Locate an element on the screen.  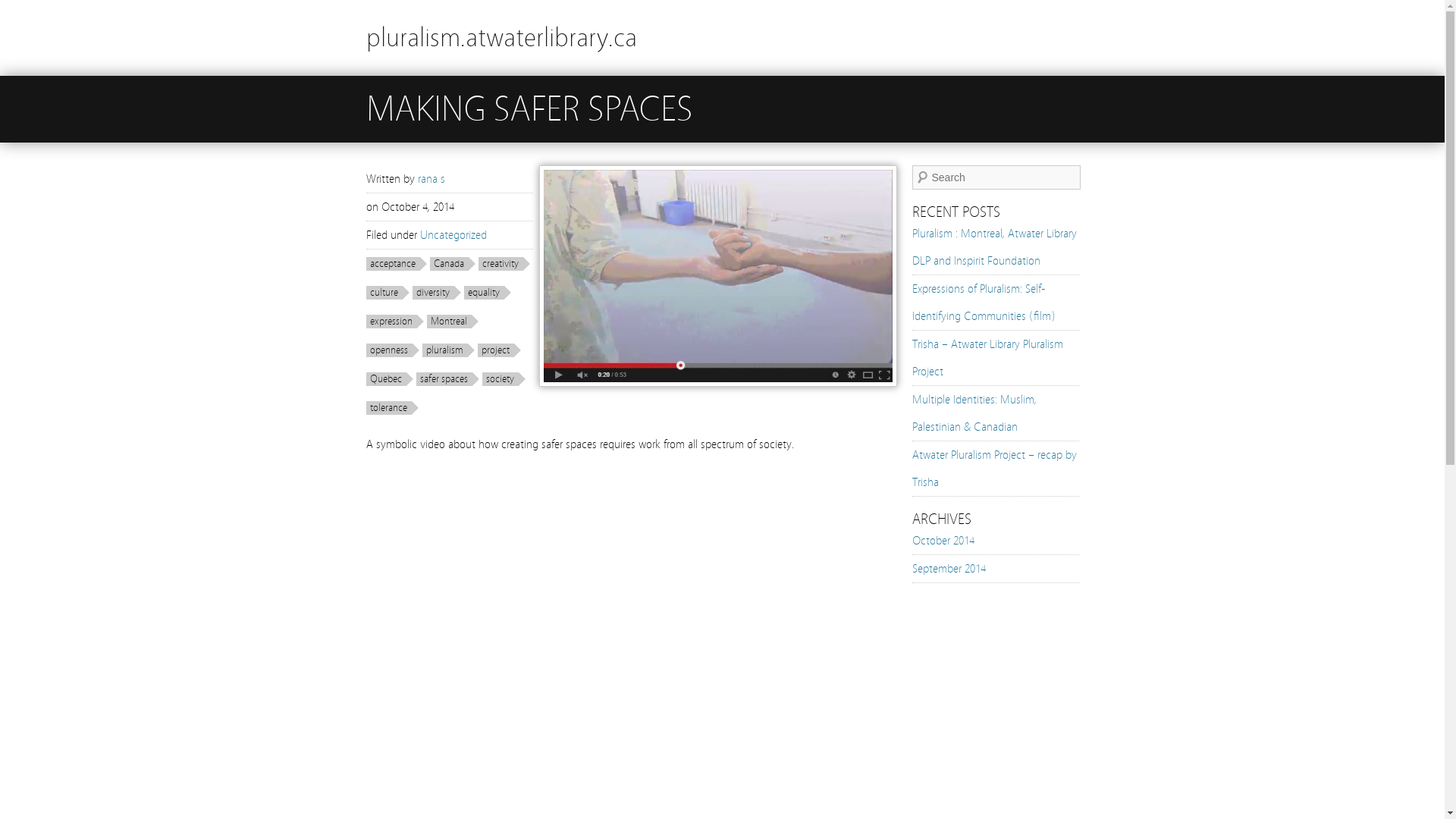
'Canada' is located at coordinates (450, 262).